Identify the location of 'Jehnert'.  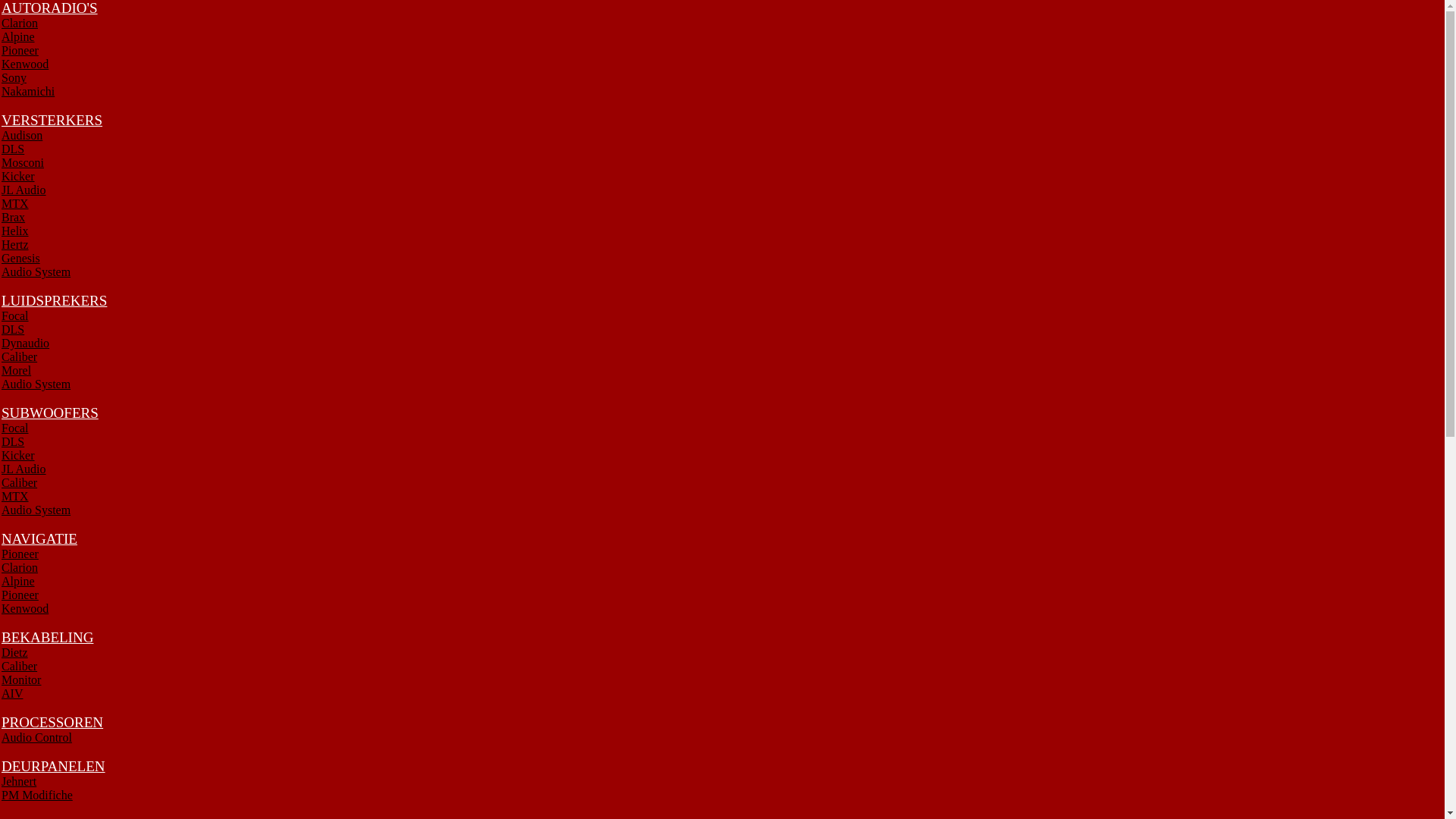
(18, 781).